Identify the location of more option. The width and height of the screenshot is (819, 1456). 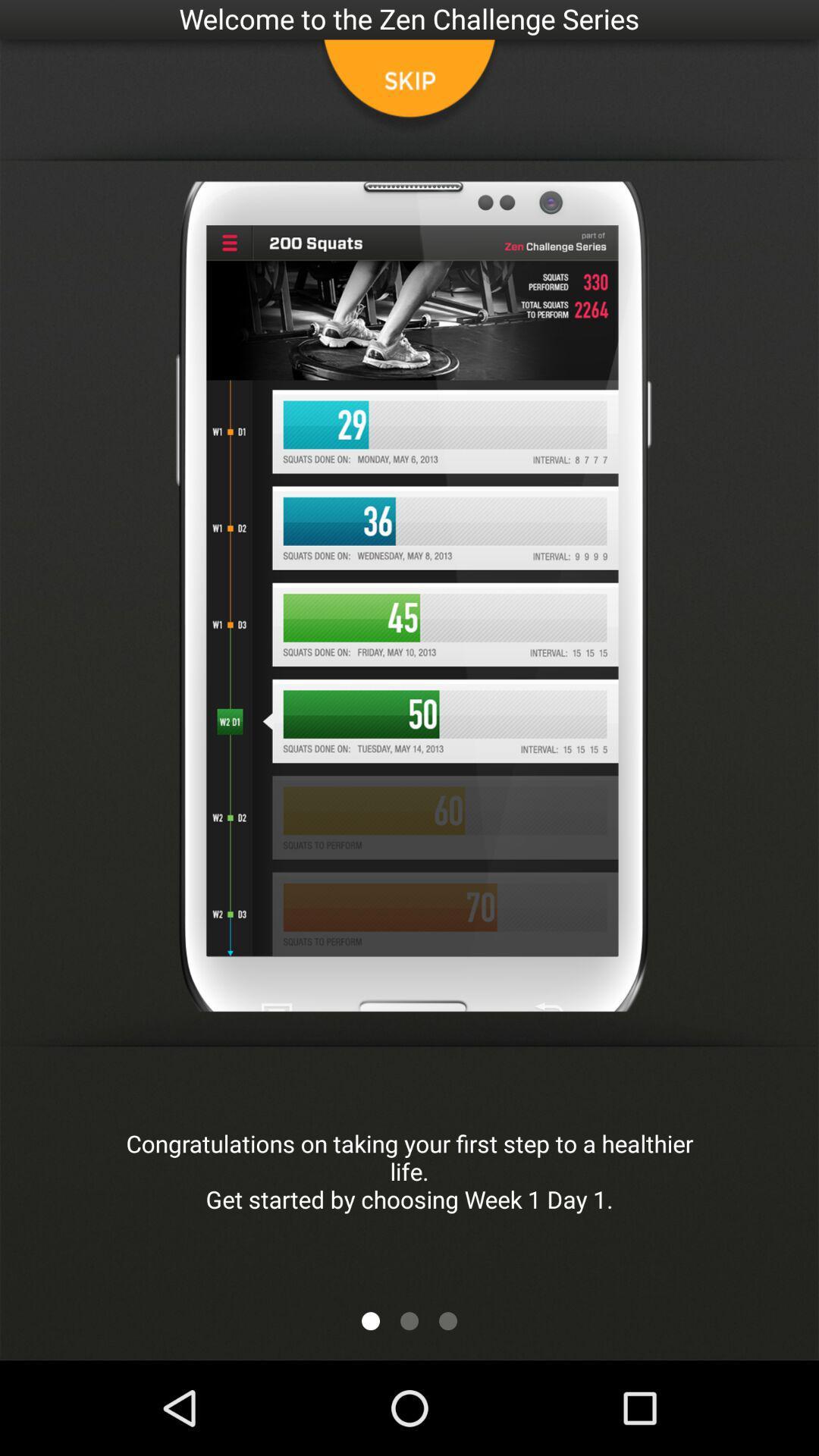
(409, 1320).